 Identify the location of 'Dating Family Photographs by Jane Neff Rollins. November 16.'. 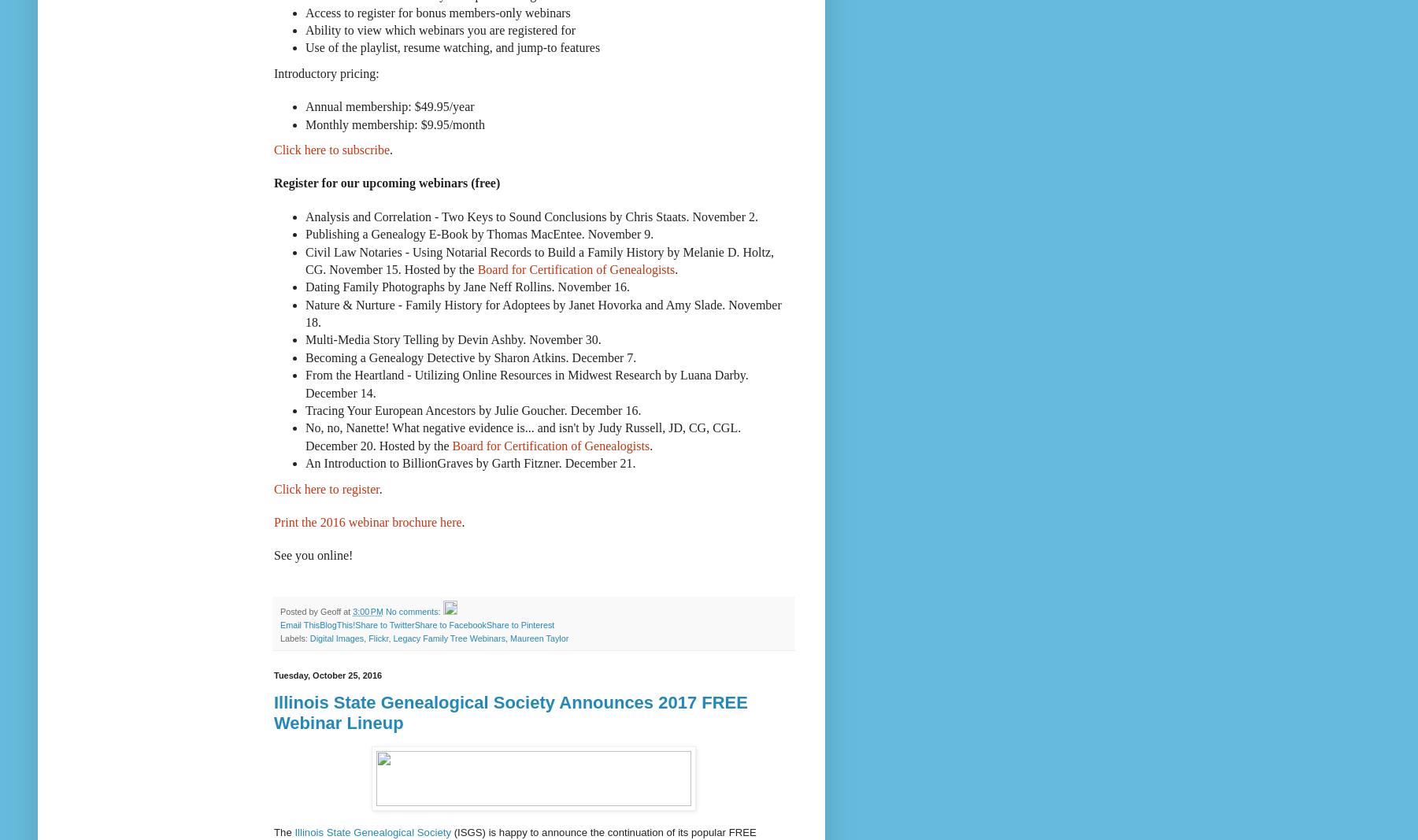
(467, 286).